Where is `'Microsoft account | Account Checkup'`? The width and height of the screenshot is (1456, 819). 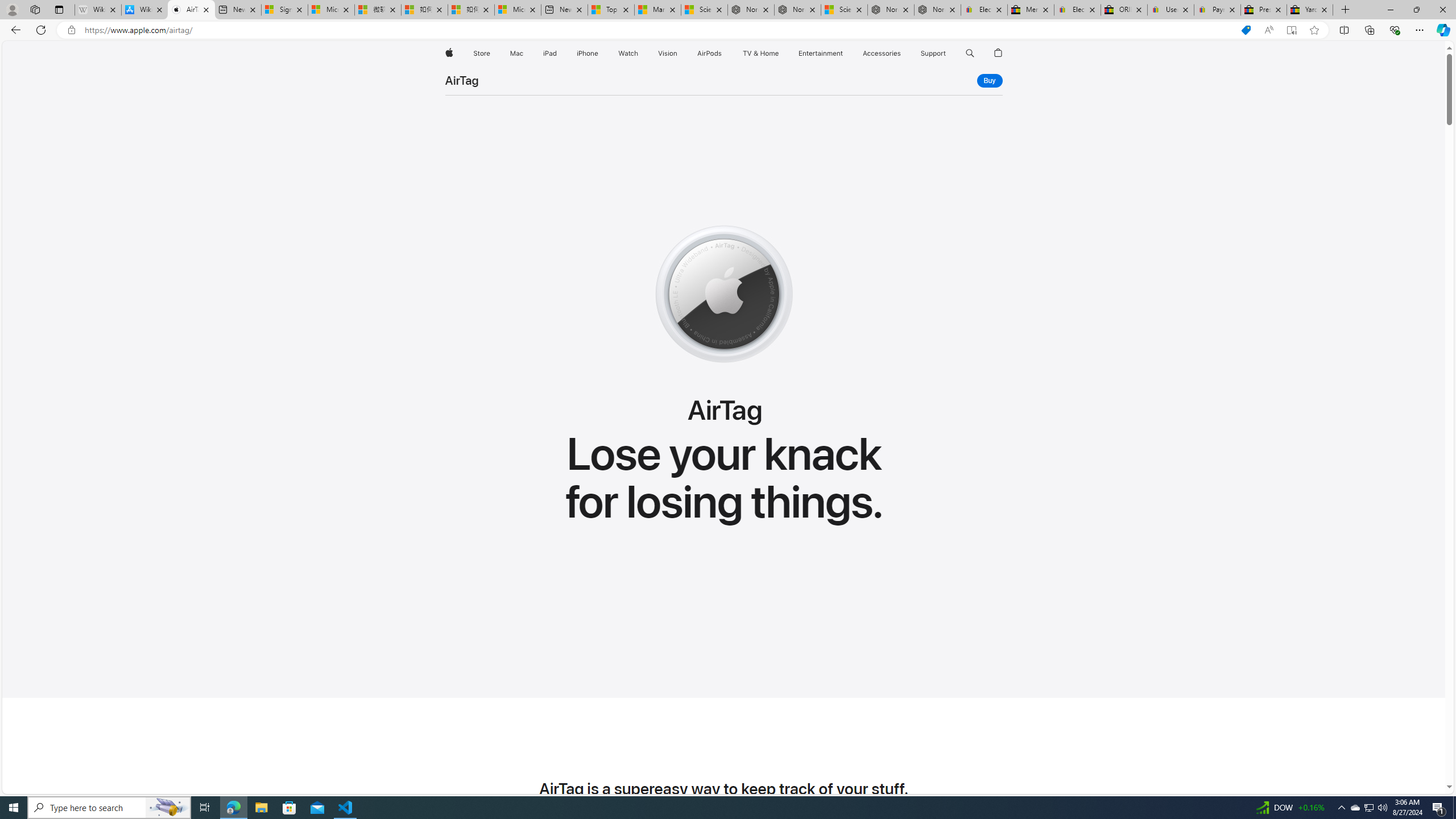
'Microsoft account | Account Checkup' is located at coordinates (517, 9).